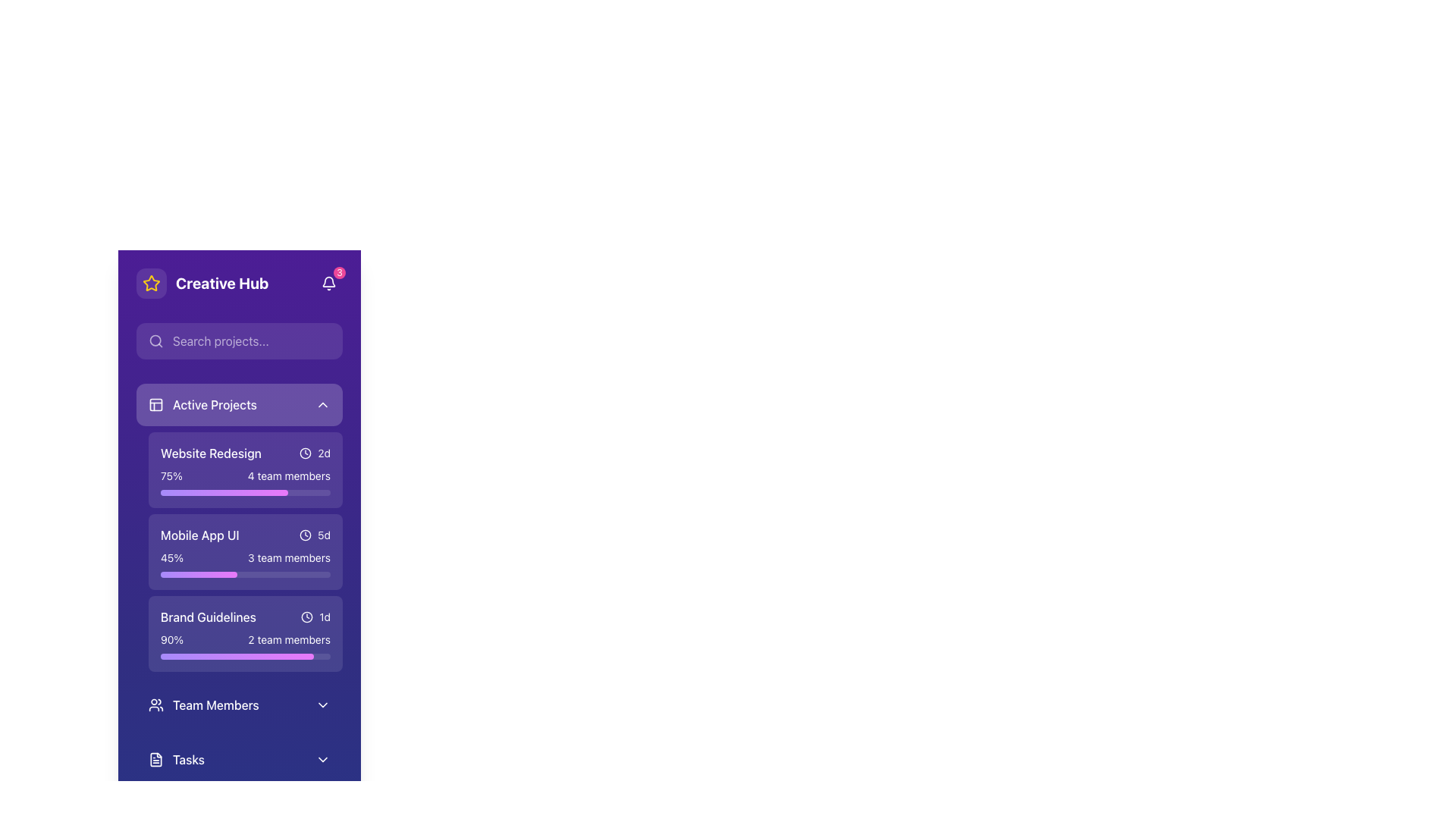 The width and height of the screenshot is (1456, 819). I want to click on the progress bar, so click(268, 656).